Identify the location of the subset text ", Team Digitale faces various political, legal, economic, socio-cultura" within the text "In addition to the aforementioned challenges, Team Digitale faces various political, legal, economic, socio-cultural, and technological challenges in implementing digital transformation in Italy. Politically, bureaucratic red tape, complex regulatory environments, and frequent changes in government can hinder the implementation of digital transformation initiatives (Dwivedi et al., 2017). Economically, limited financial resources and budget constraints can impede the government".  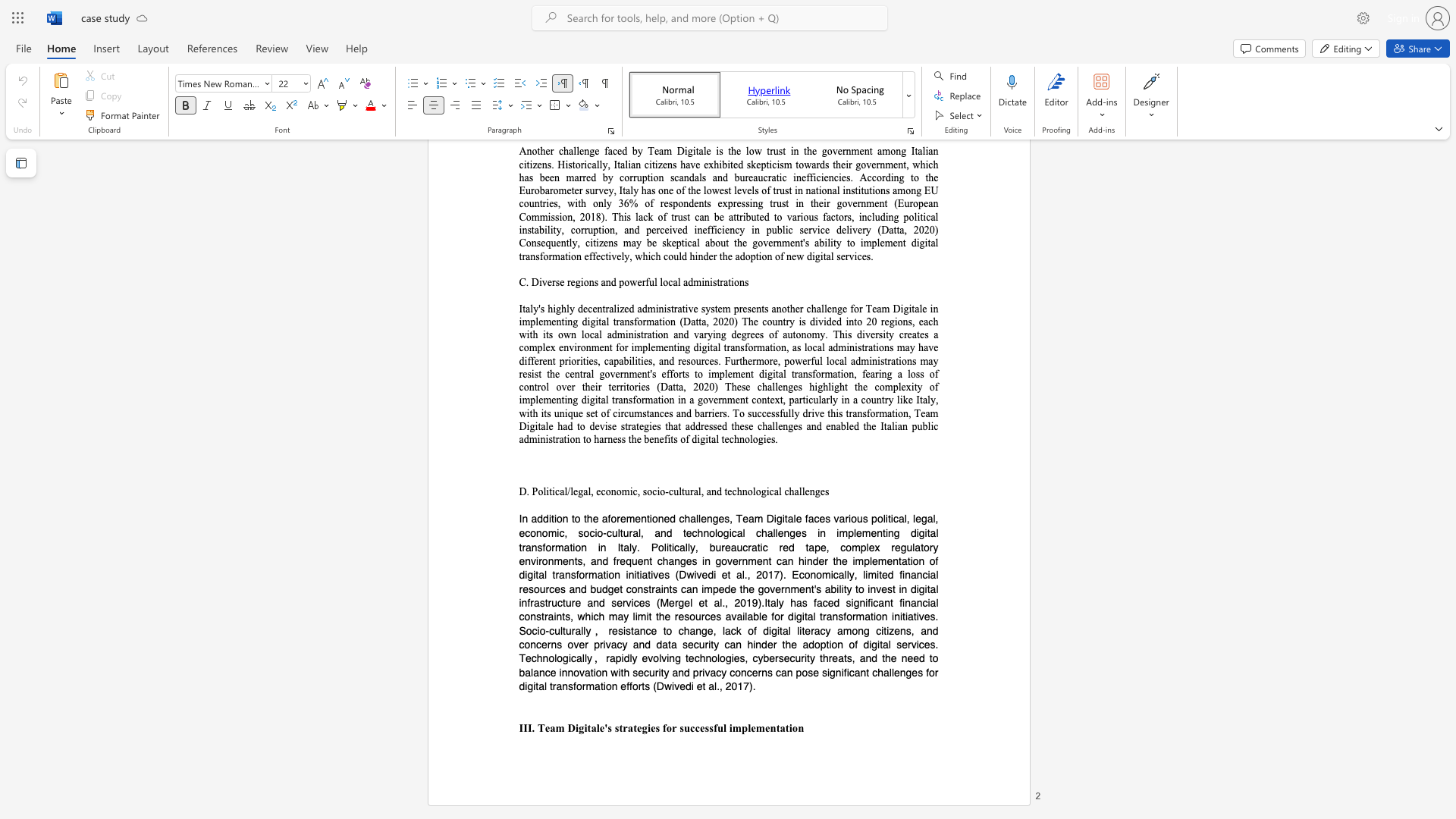
(730, 517).